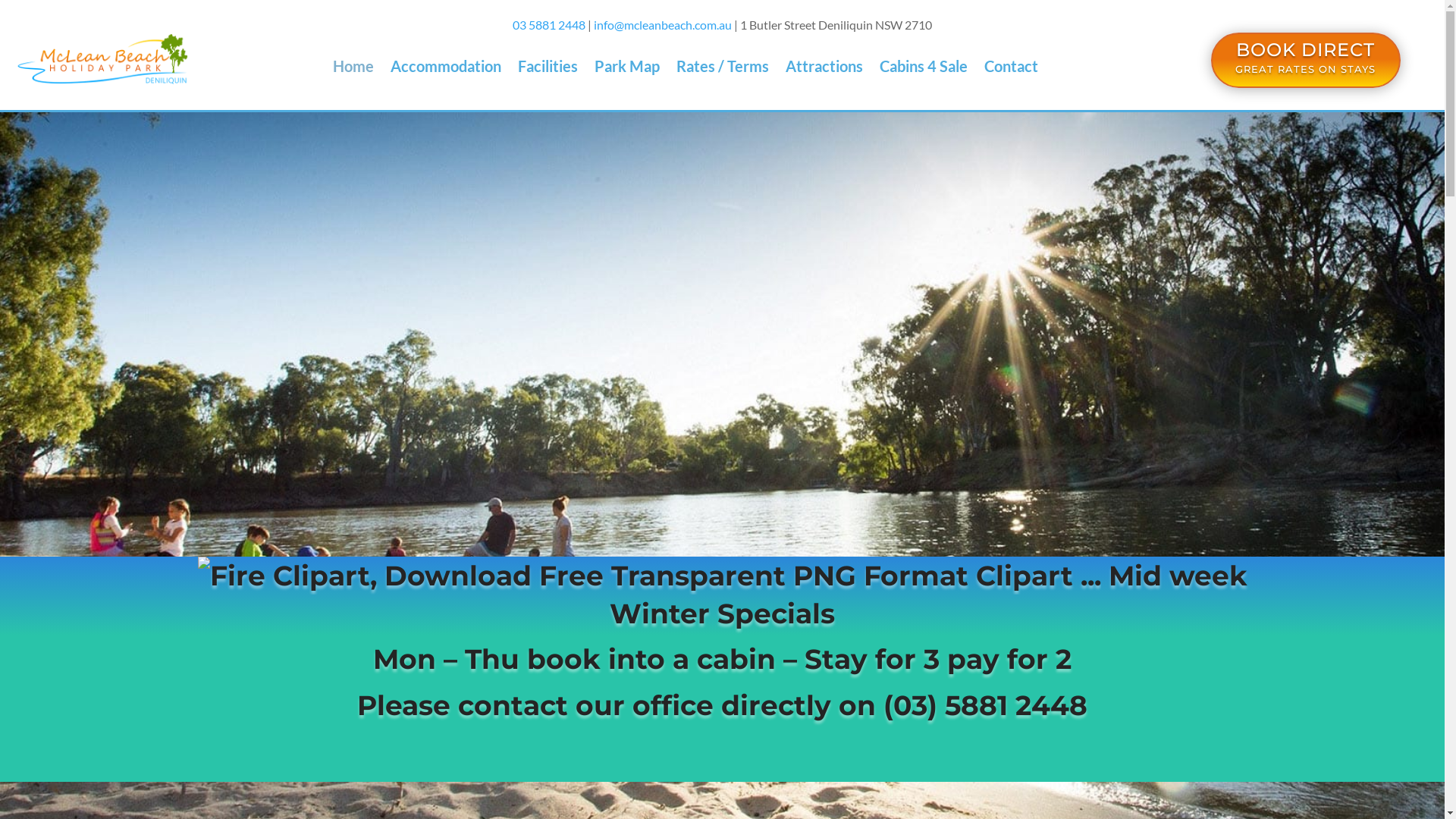  I want to click on 'GREAT RATES ON STAYS', so click(1304, 69).